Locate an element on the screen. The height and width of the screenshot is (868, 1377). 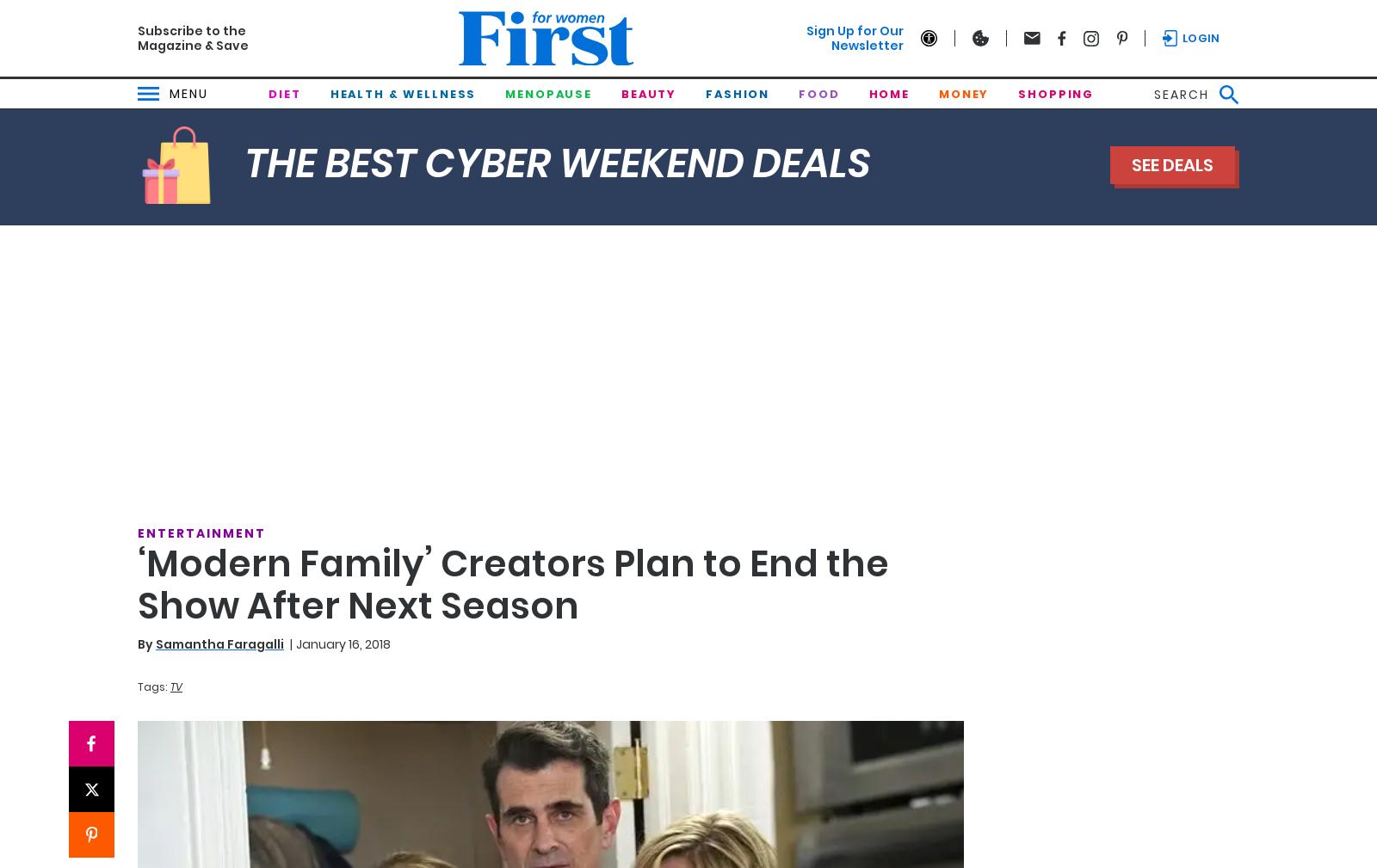
'Beauty' is located at coordinates (648, 92).